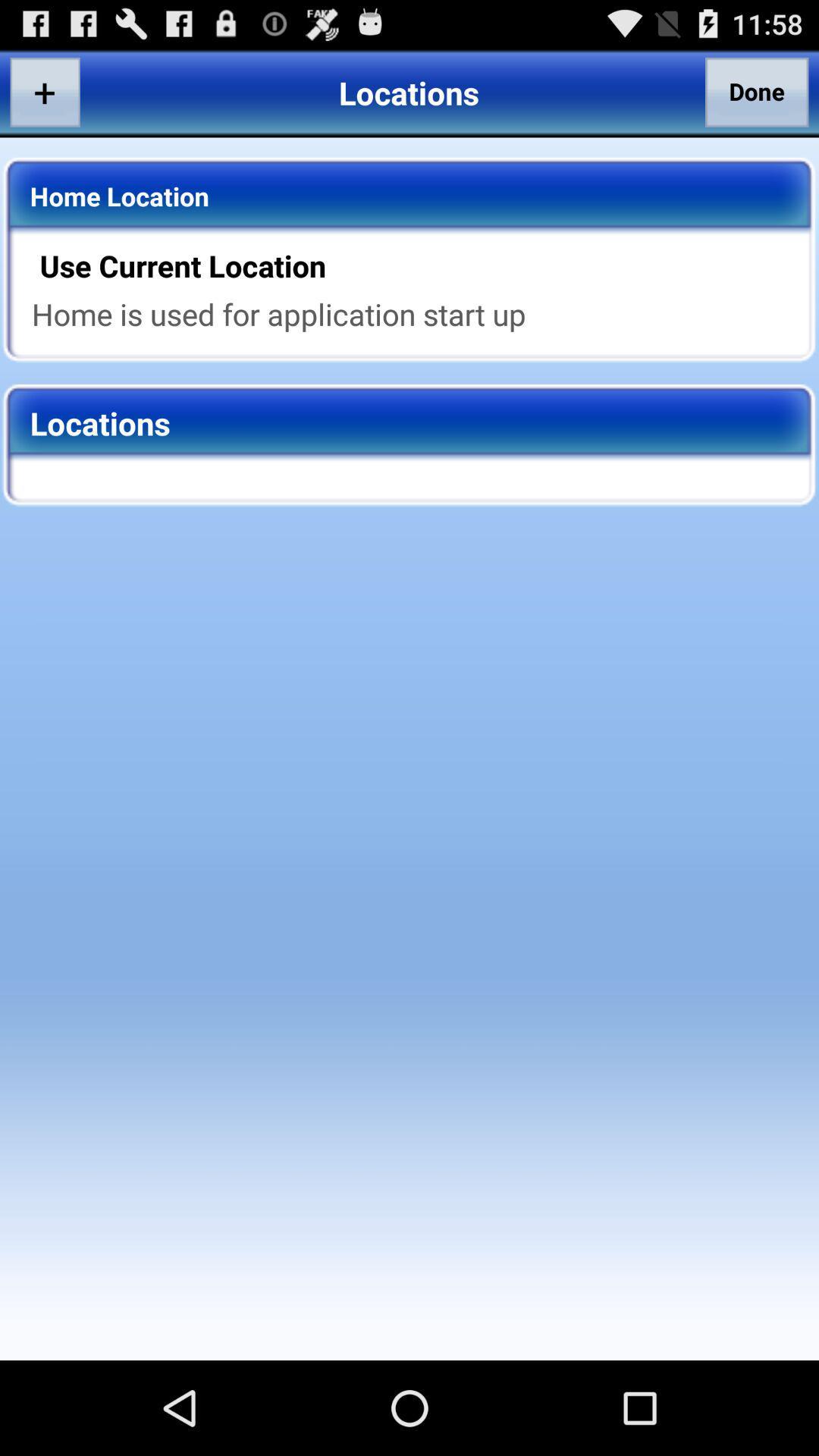  I want to click on the item above the use current location, so click(757, 91).